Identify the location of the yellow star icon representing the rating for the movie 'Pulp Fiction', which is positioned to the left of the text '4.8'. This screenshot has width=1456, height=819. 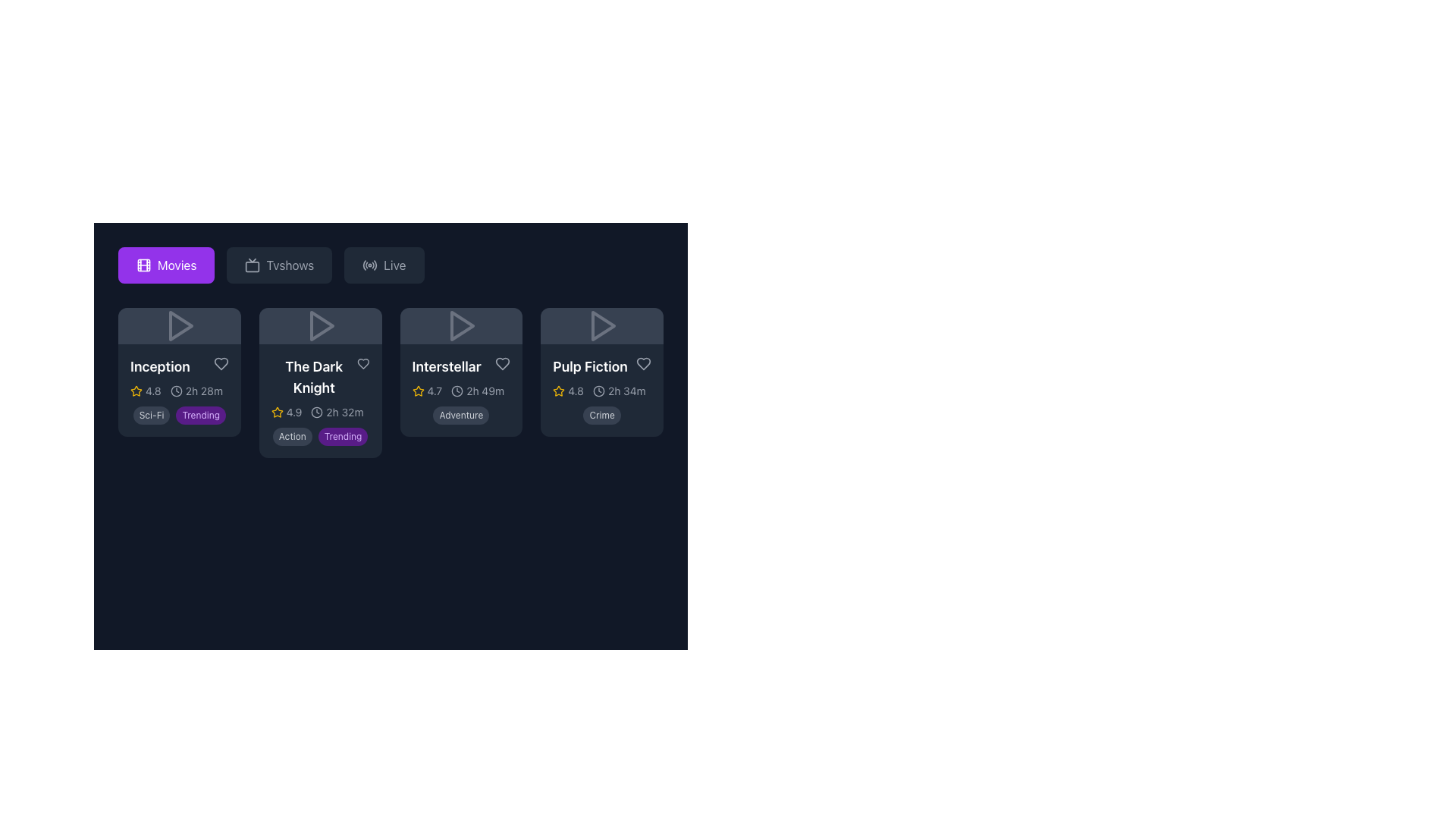
(558, 391).